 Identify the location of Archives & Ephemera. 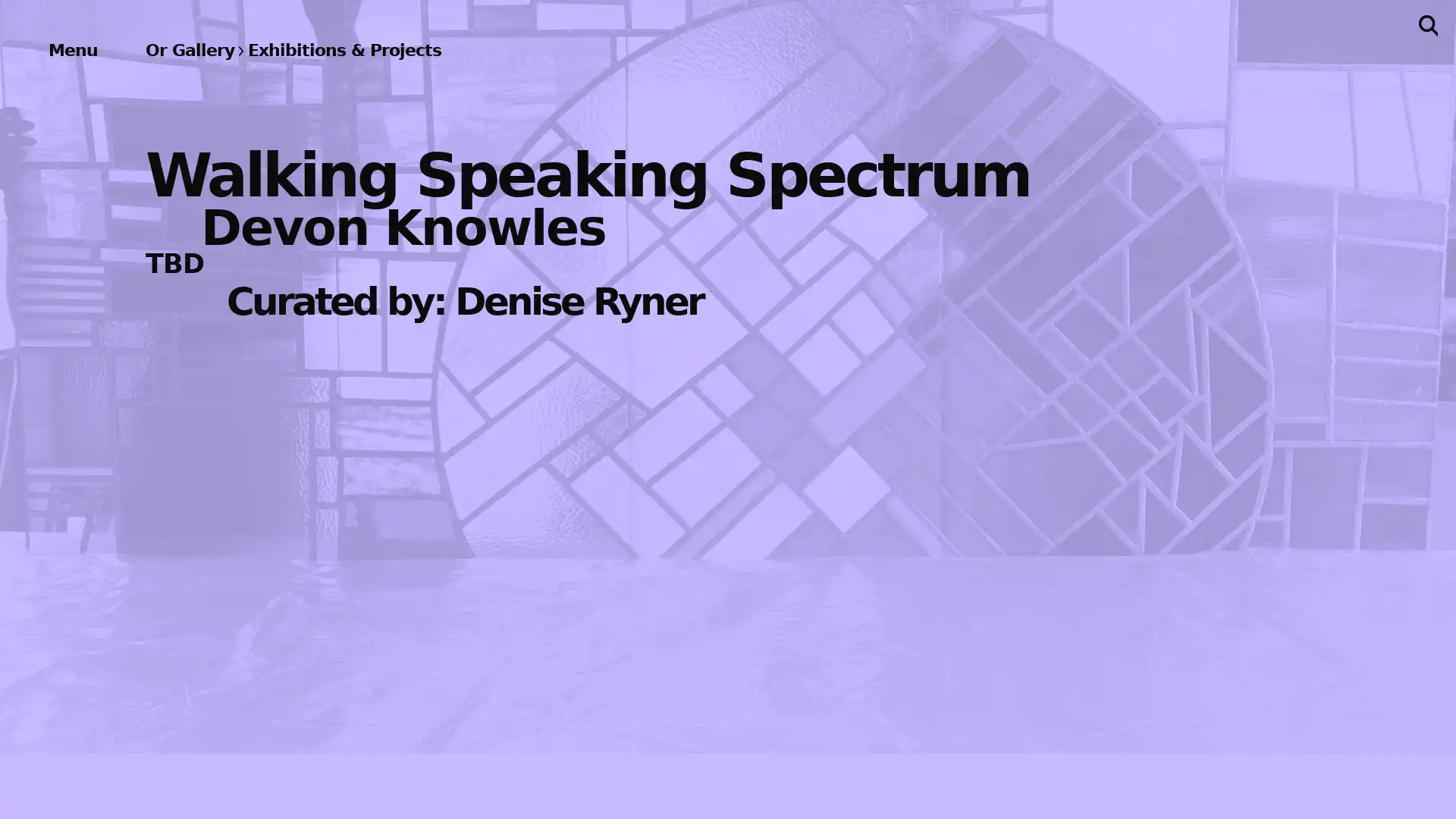
(329, 516).